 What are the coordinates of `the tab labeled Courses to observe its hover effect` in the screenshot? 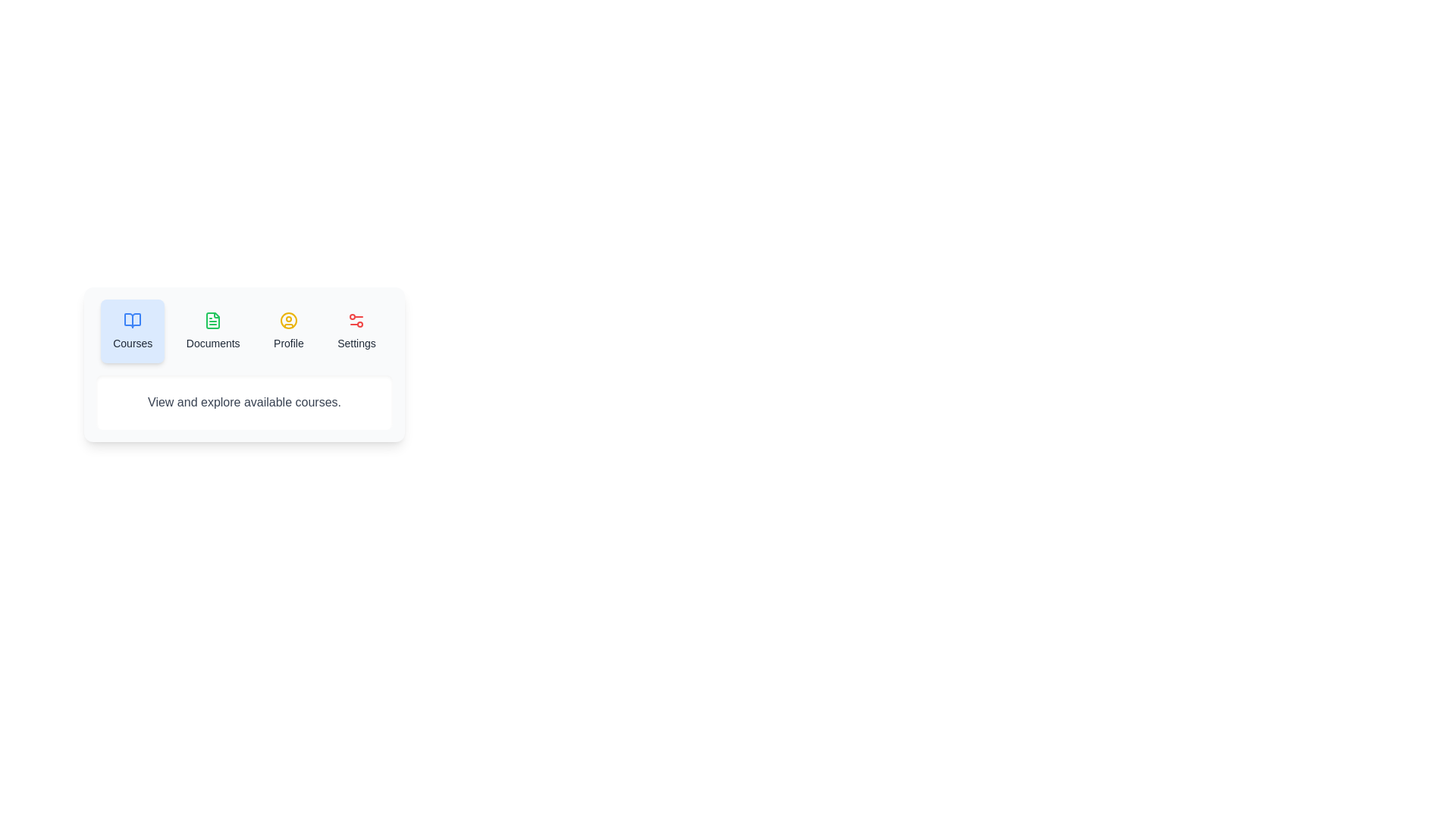 It's located at (133, 330).